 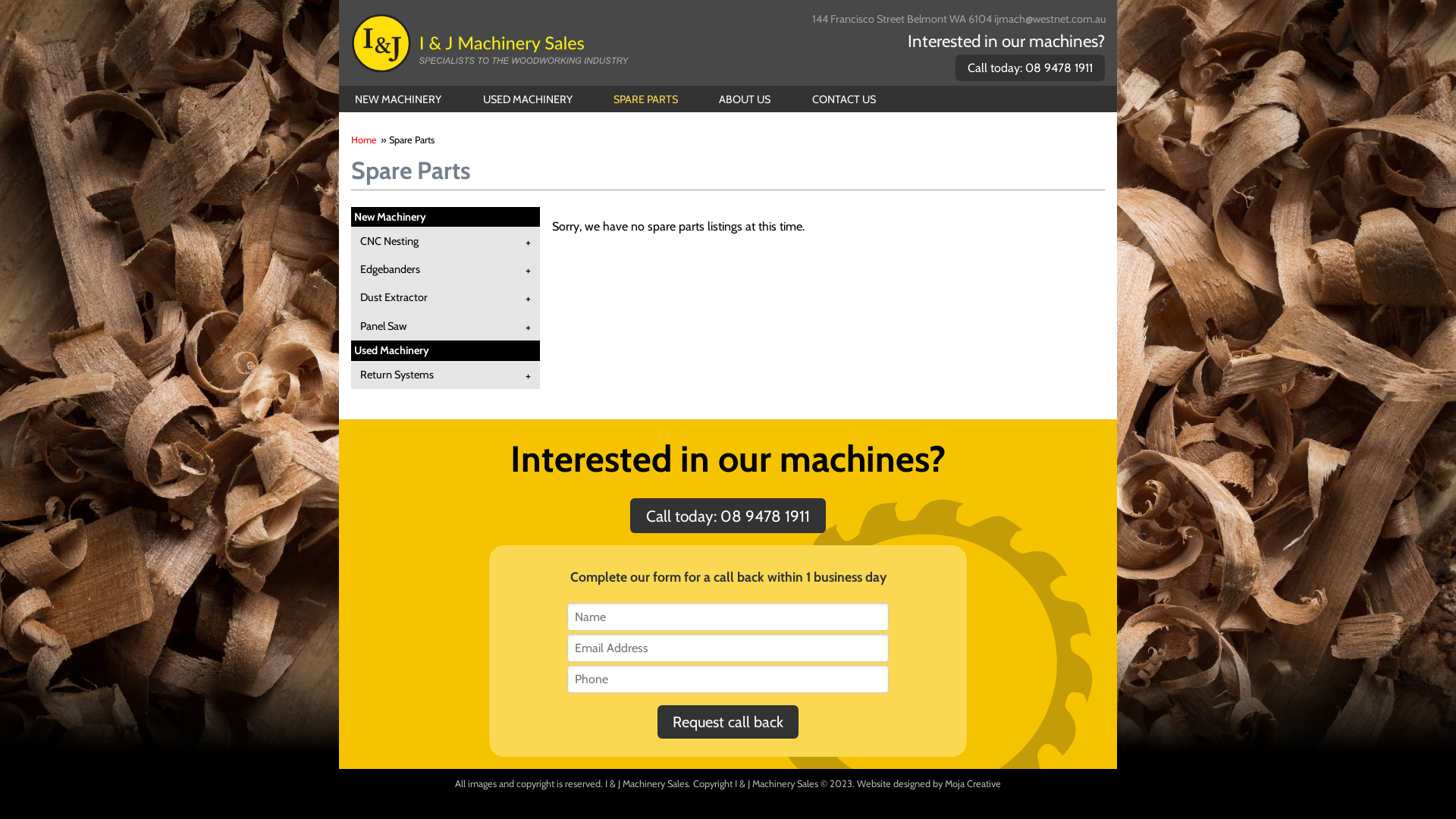 What do you see at coordinates (1050, 18) in the screenshot?
I see `'ijmach@westnet.com.au'` at bounding box center [1050, 18].